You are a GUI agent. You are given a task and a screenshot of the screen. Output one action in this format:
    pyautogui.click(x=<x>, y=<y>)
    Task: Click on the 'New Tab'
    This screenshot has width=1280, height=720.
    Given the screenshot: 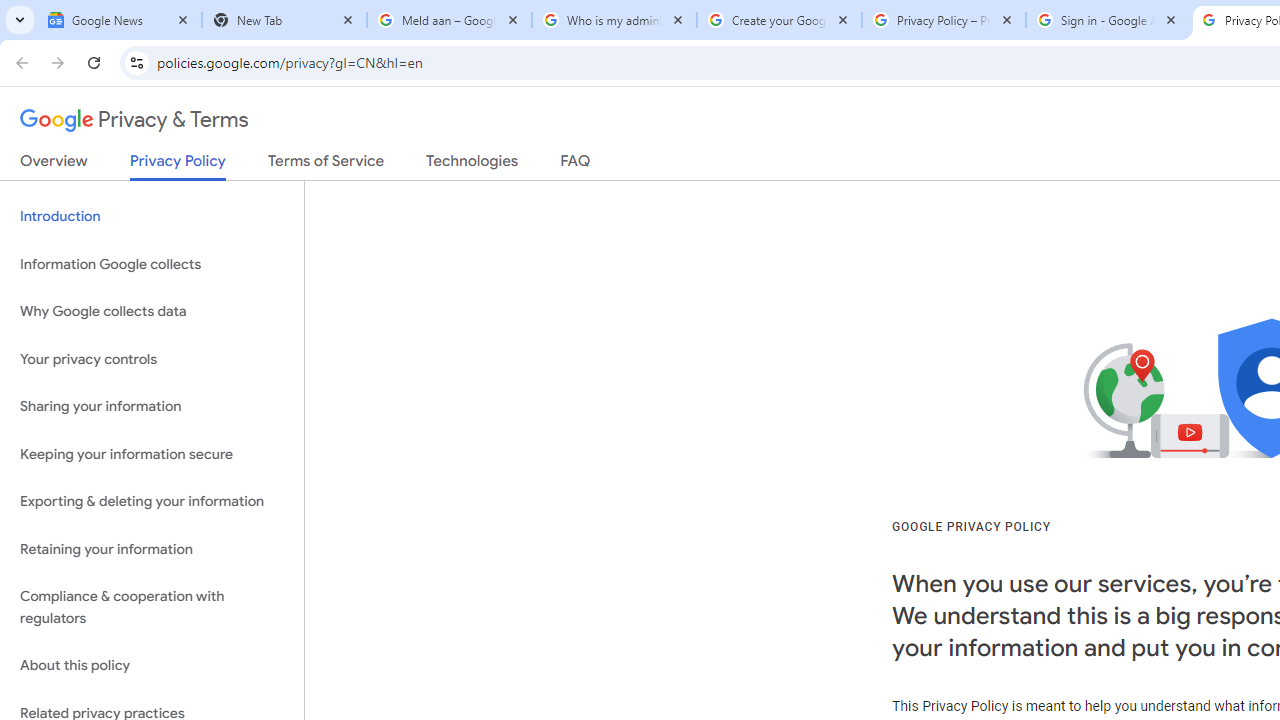 What is the action you would take?
    pyautogui.click(x=283, y=20)
    